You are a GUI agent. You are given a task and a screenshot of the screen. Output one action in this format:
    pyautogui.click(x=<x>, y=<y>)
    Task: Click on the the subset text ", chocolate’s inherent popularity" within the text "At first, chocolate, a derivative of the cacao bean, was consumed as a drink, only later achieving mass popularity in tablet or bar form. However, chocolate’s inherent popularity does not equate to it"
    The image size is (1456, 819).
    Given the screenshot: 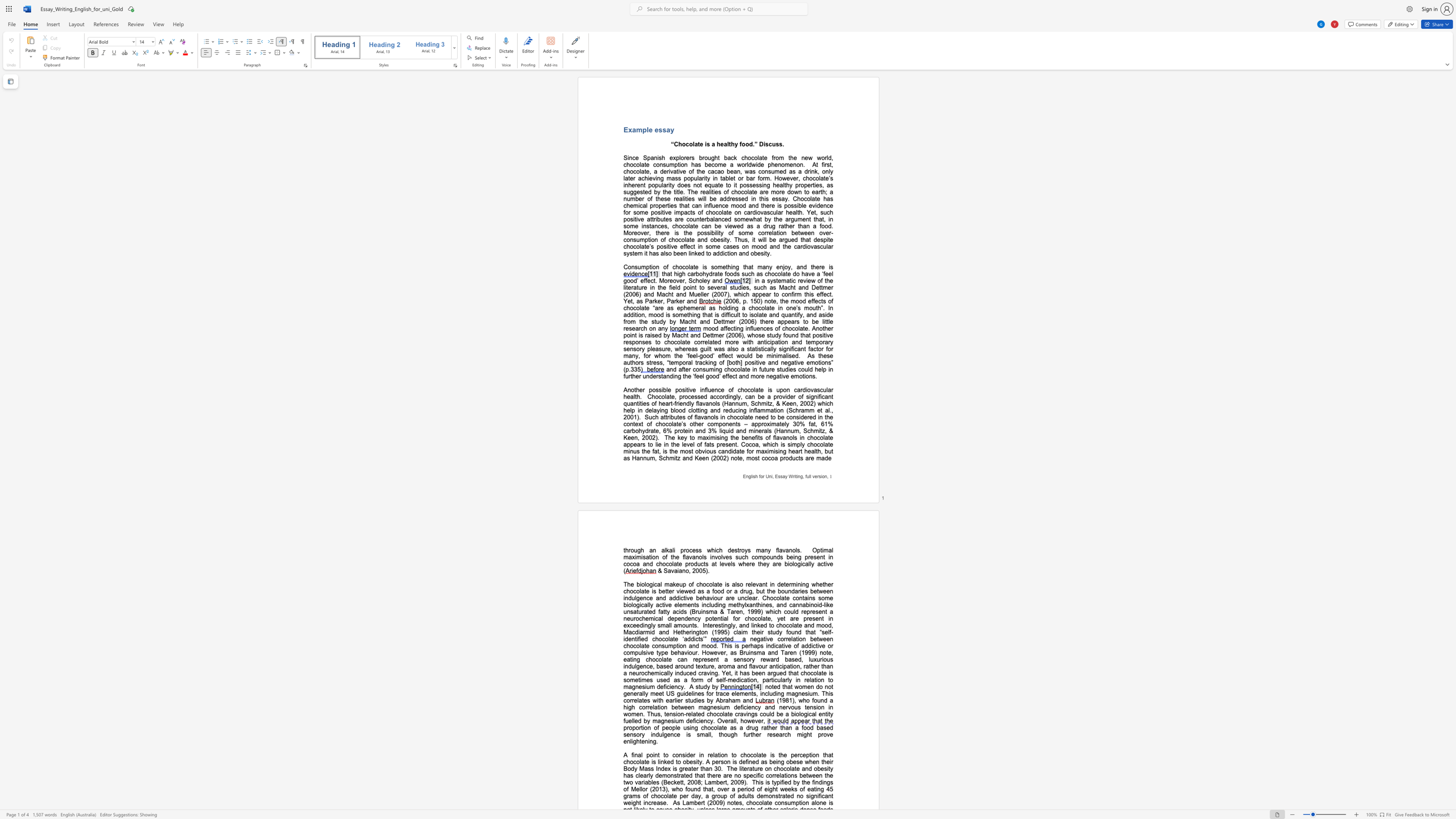 What is the action you would take?
    pyautogui.click(x=798, y=178)
    